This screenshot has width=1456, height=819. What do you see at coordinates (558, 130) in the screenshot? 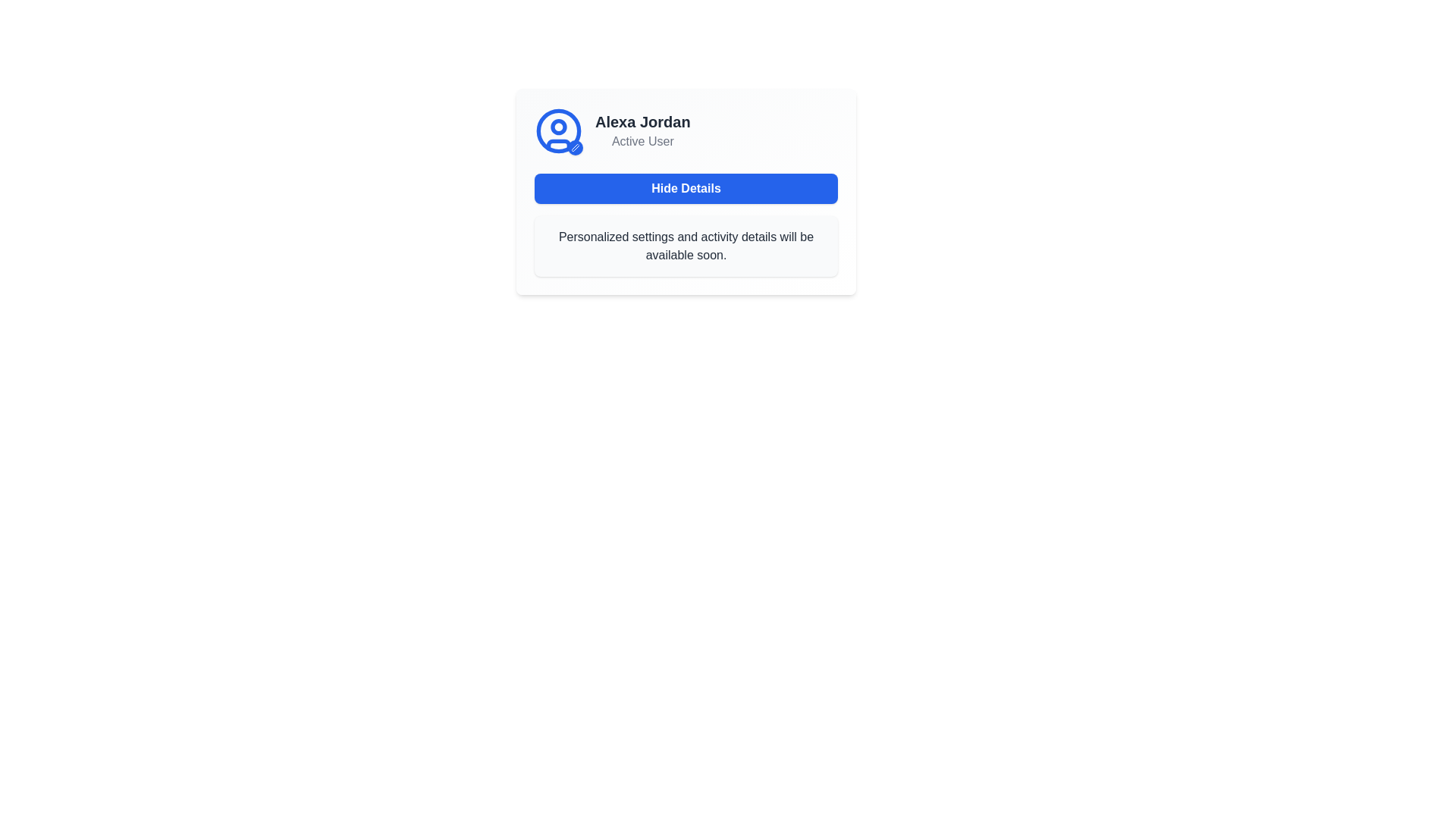
I see `the User Profile Icon with an Edit Feature, which is represented by a pencil icon, to initiate the editing mode for profile-related information` at bounding box center [558, 130].